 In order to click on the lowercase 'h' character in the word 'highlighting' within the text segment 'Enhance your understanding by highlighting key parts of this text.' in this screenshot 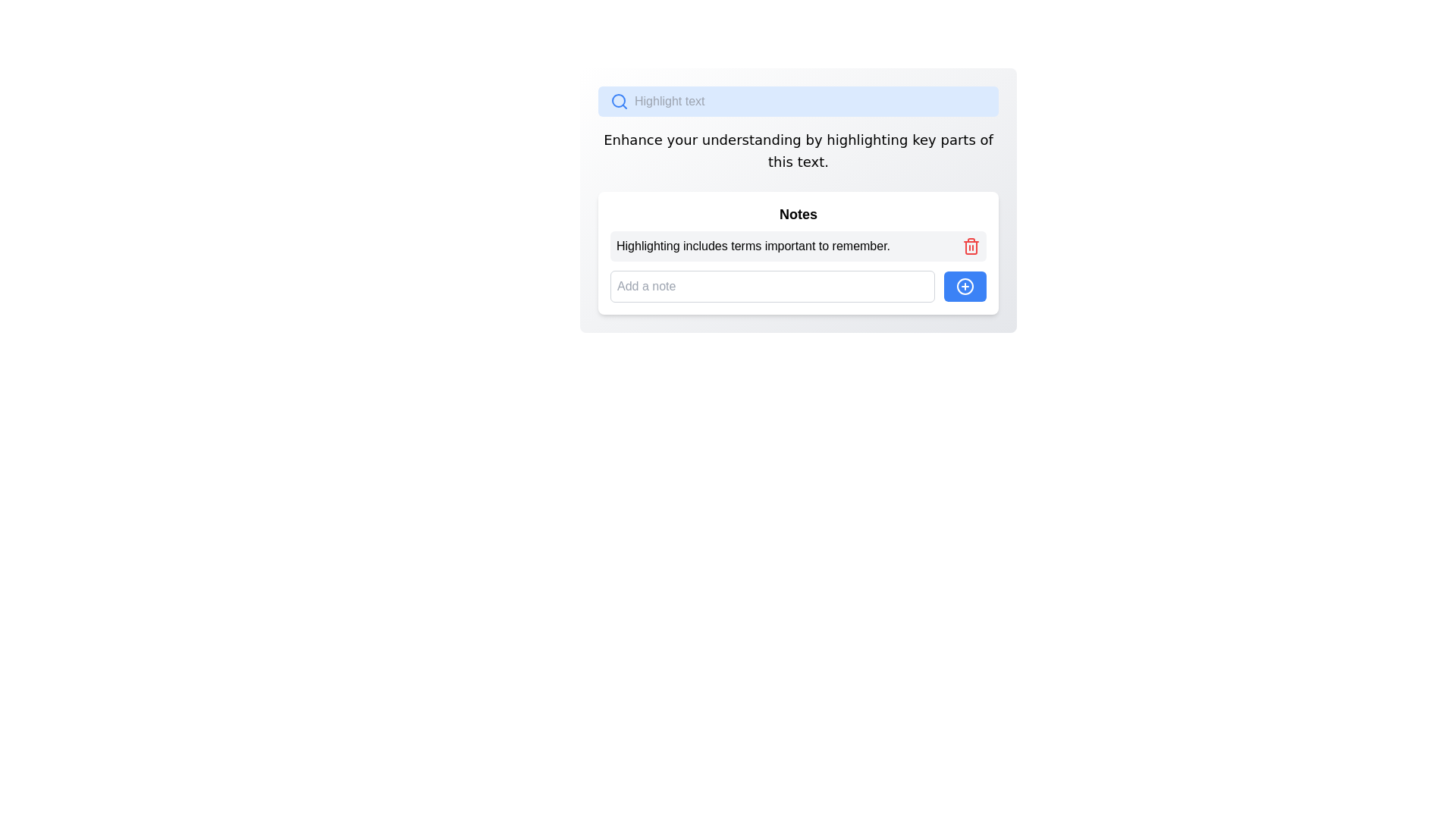, I will do `click(877, 140)`.